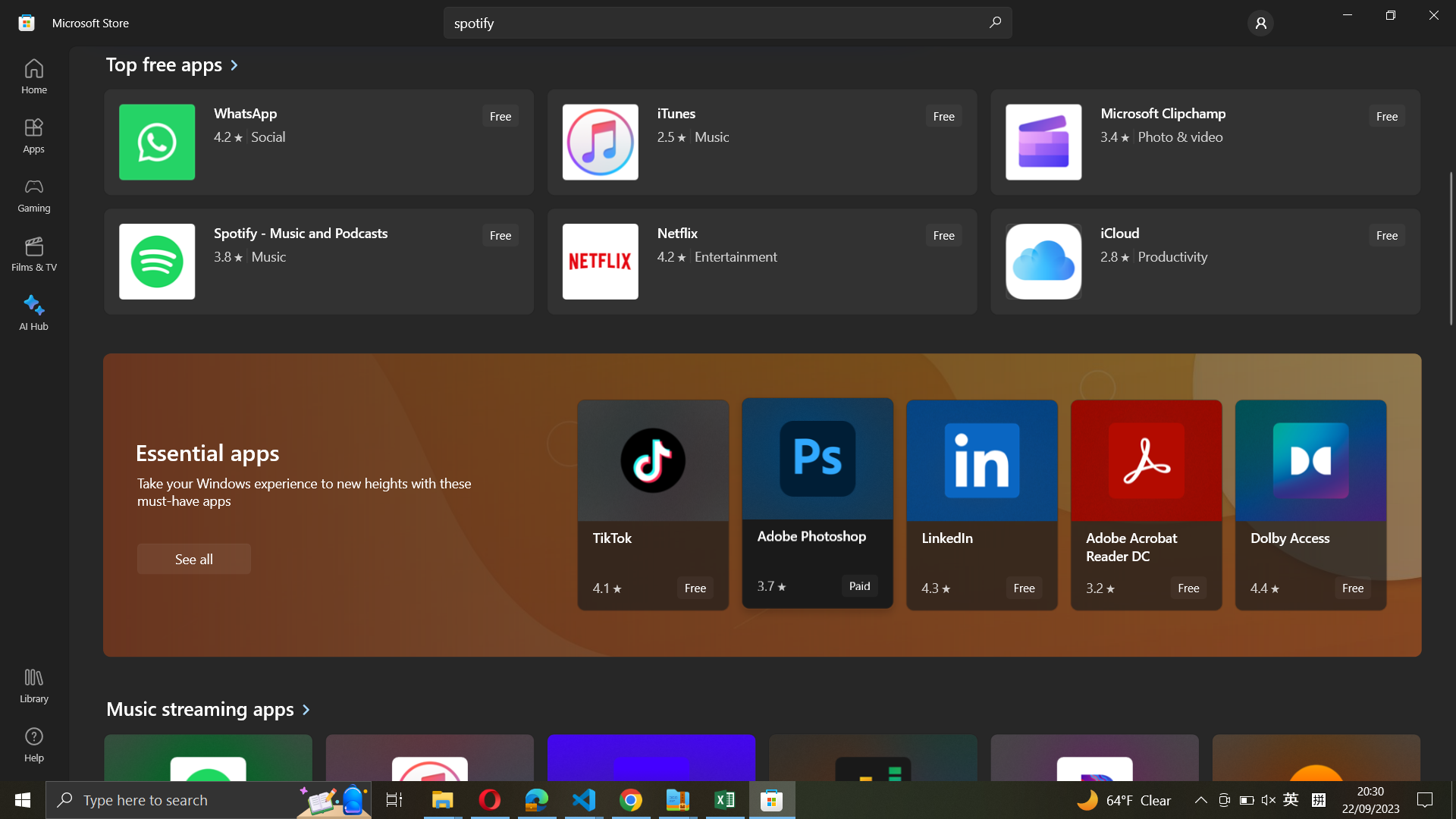 Image resolution: width=1456 pixels, height=819 pixels. What do you see at coordinates (315, 259) in the screenshot?
I see `Spotify` at bounding box center [315, 259].